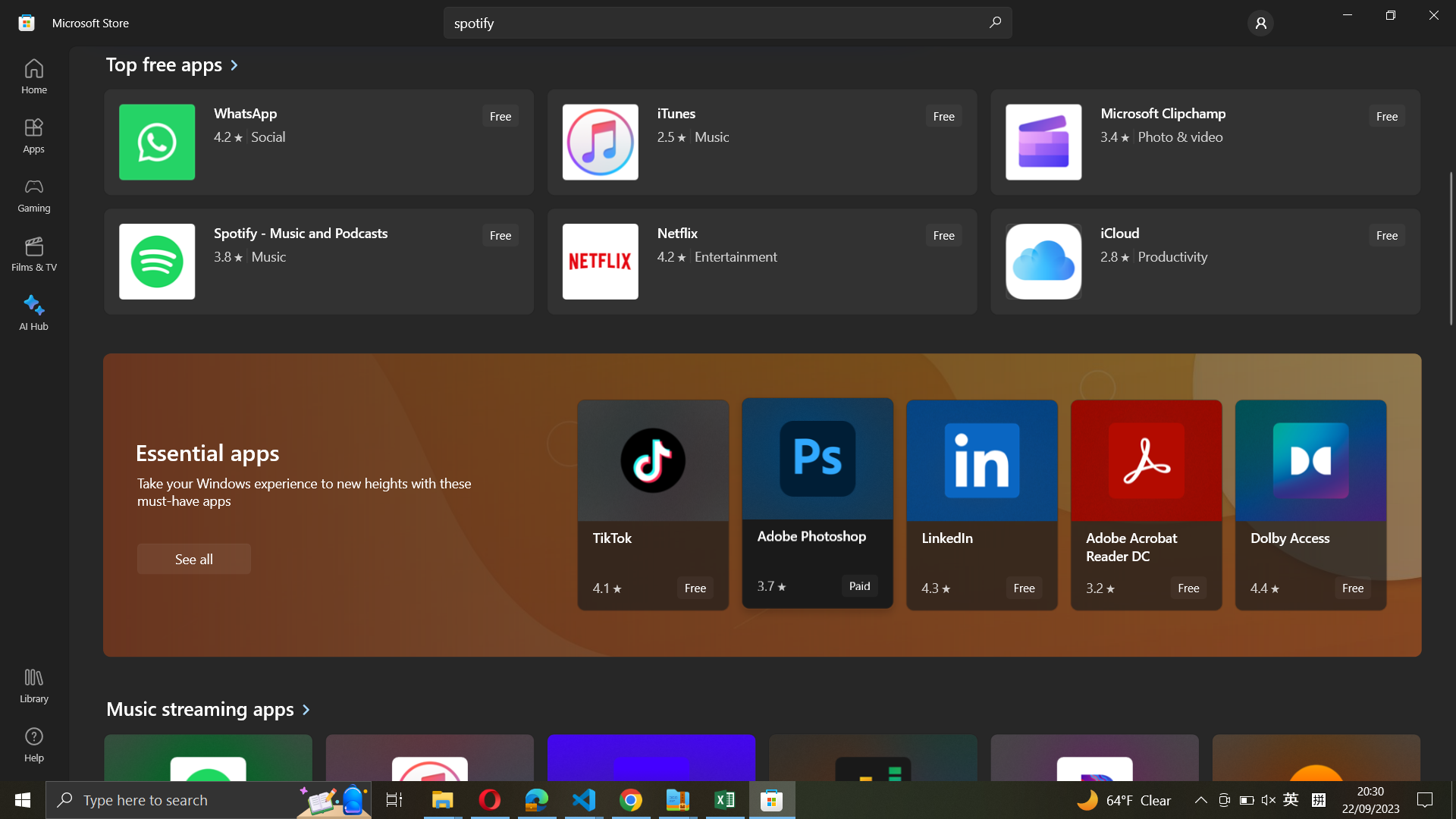 Image resolution: width=1456 pixels, height=819 pixels. What do you see at coordinates (315, 259) in the screenshot?
I see `Spotify` at bounding box center [315, 259].